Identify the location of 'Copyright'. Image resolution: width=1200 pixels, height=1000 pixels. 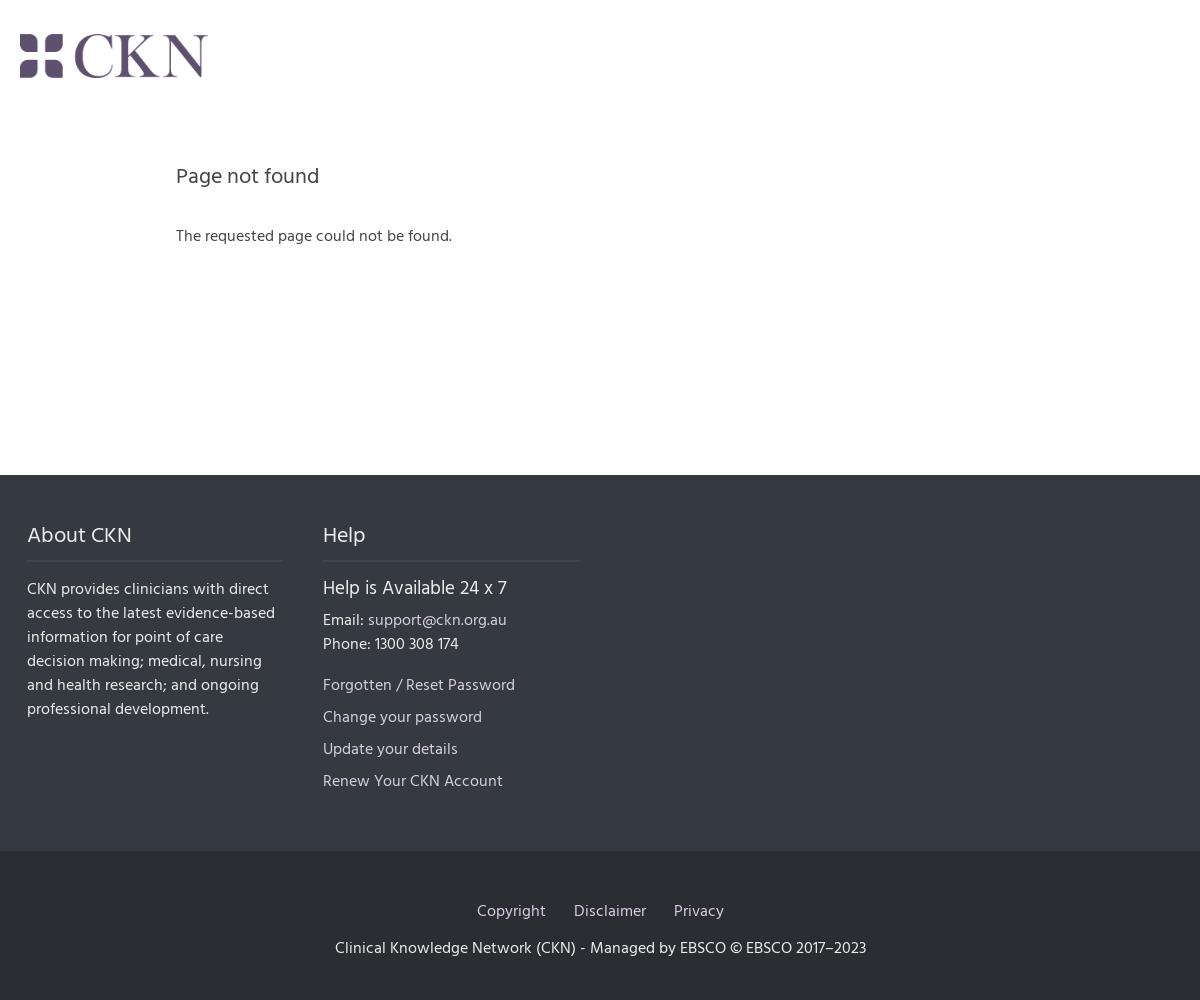
(475, 910).